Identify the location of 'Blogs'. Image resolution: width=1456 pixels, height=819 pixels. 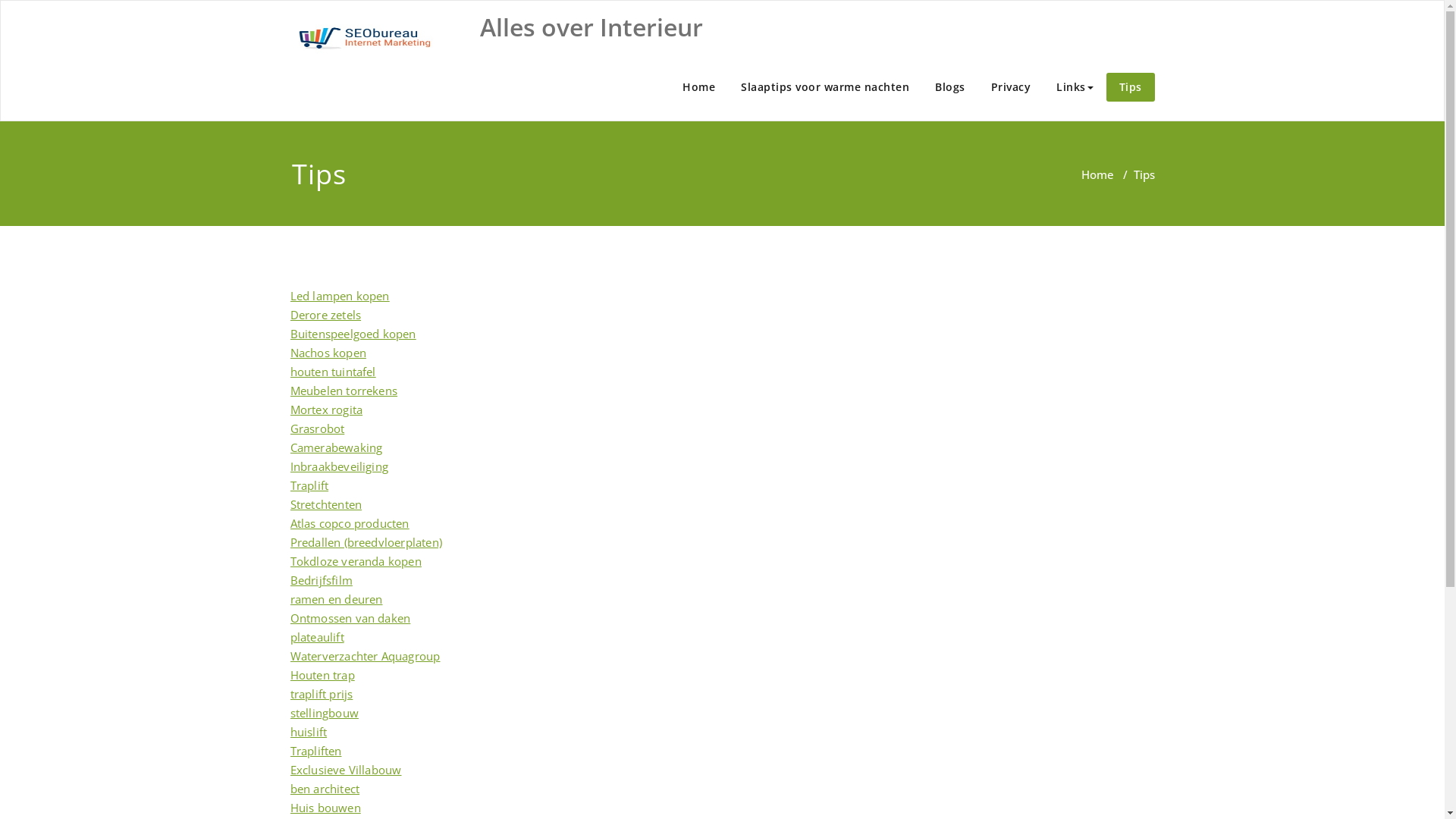
(949, 87).